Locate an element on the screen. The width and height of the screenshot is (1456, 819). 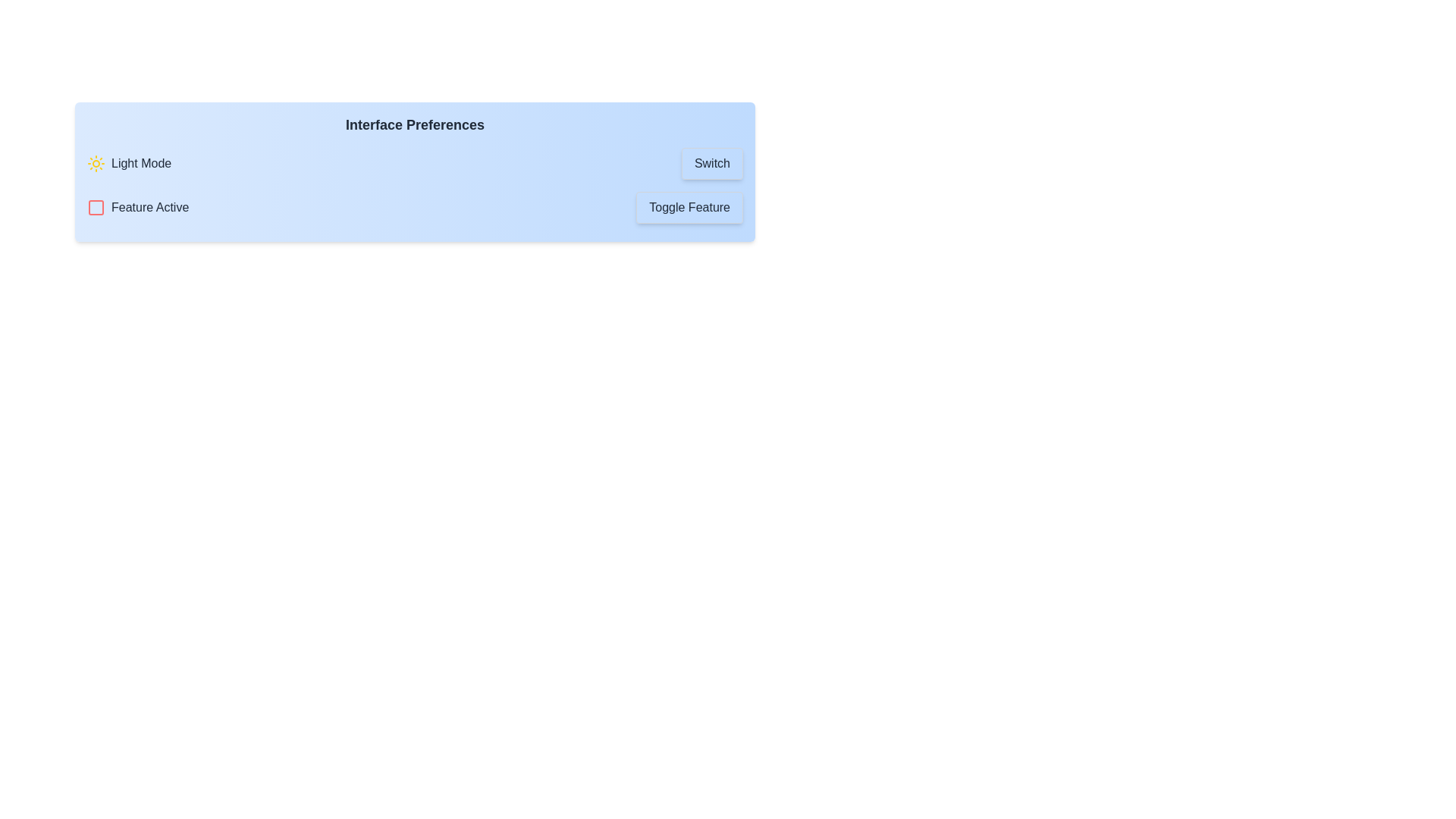
the 'Feature Active' icon located on the left side of the interface, under 'Light Mode' is located at coordinates (95, 207).